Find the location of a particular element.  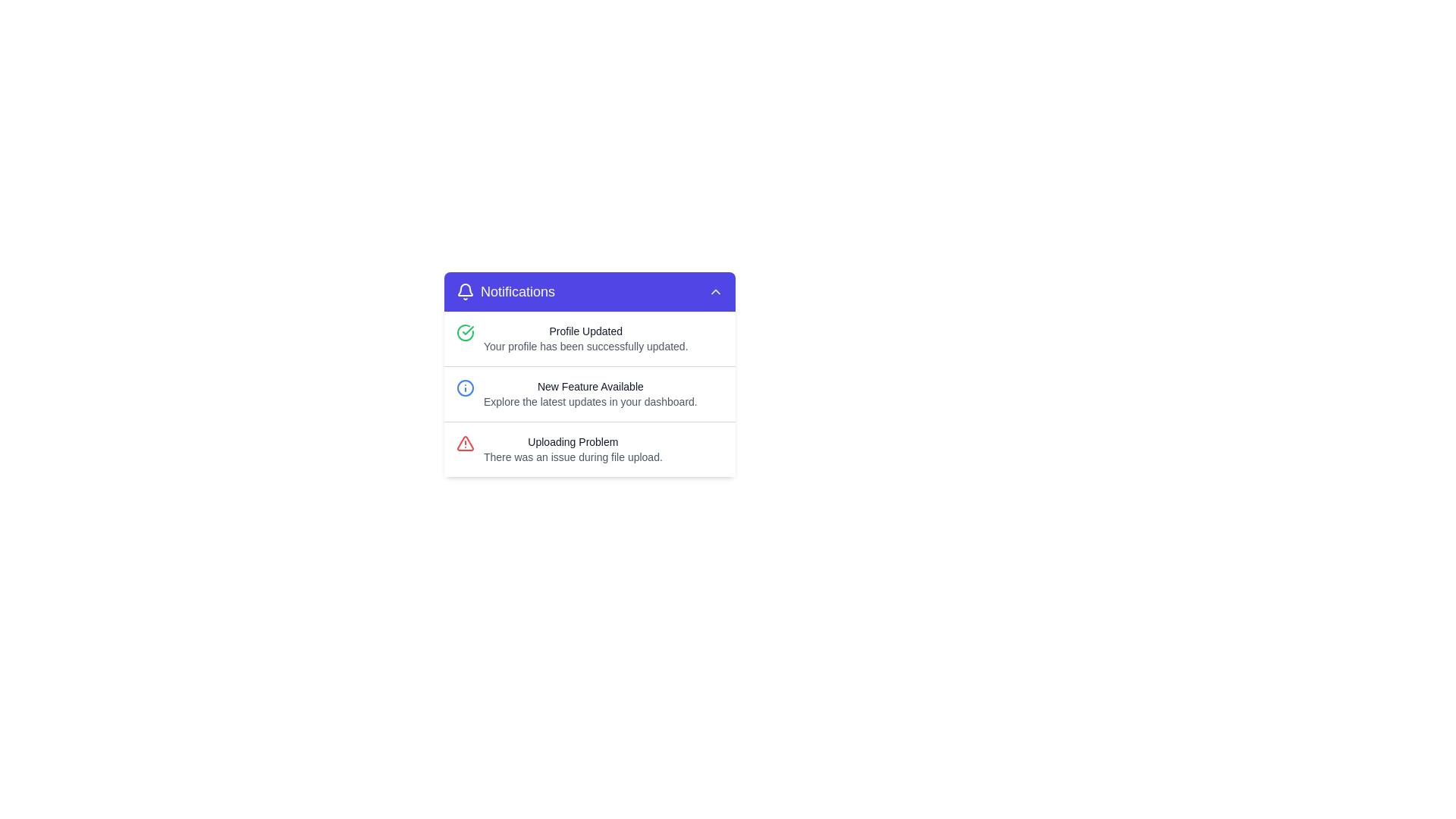

the warning icon located to the far left of the 'Uploading Problem' text in the notification list to indicate the error message is located at coordinates (465, 444).